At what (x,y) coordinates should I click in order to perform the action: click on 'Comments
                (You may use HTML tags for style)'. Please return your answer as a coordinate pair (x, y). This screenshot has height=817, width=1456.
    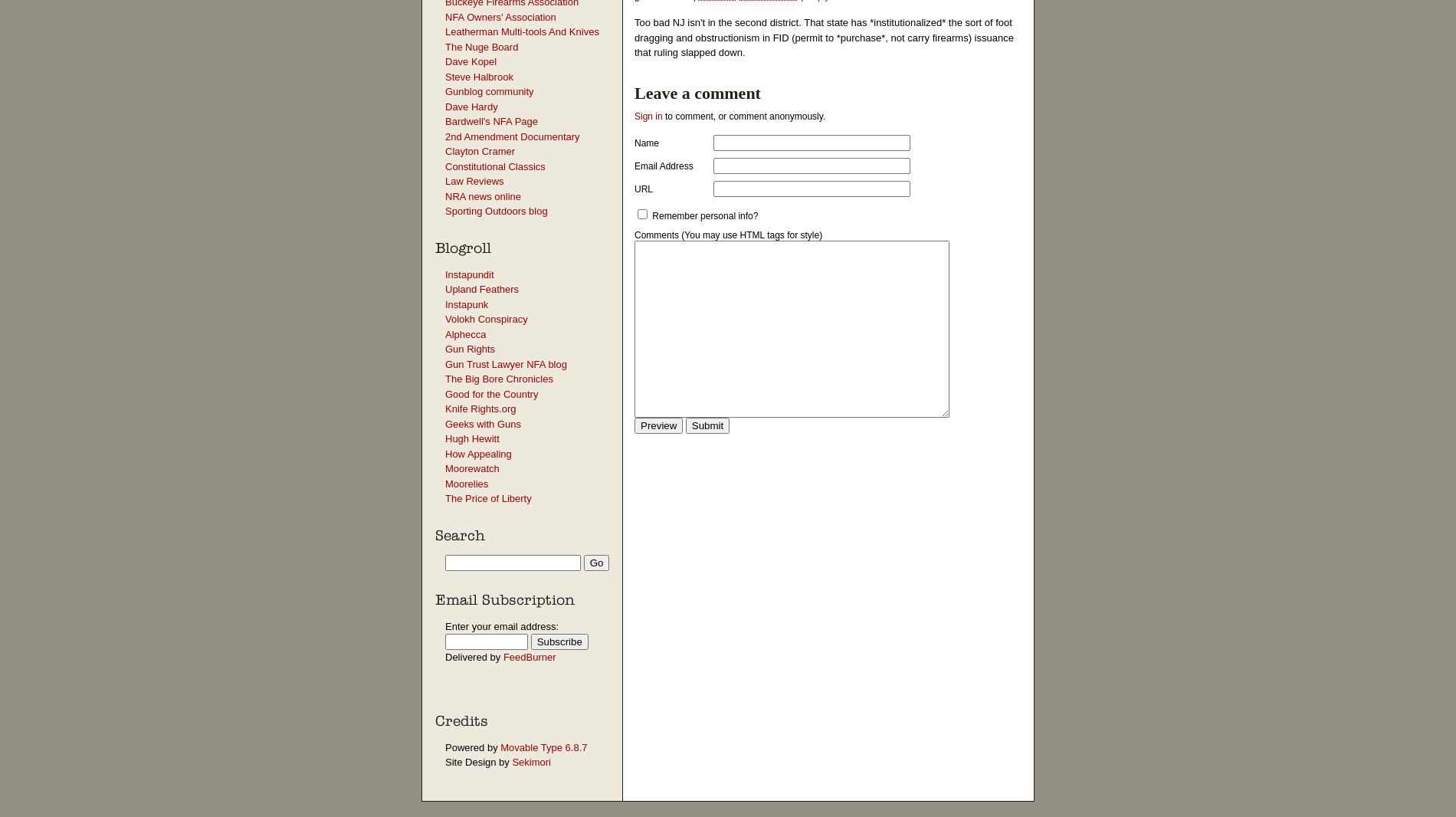
    Looking at the image, I should click on (728, 235).